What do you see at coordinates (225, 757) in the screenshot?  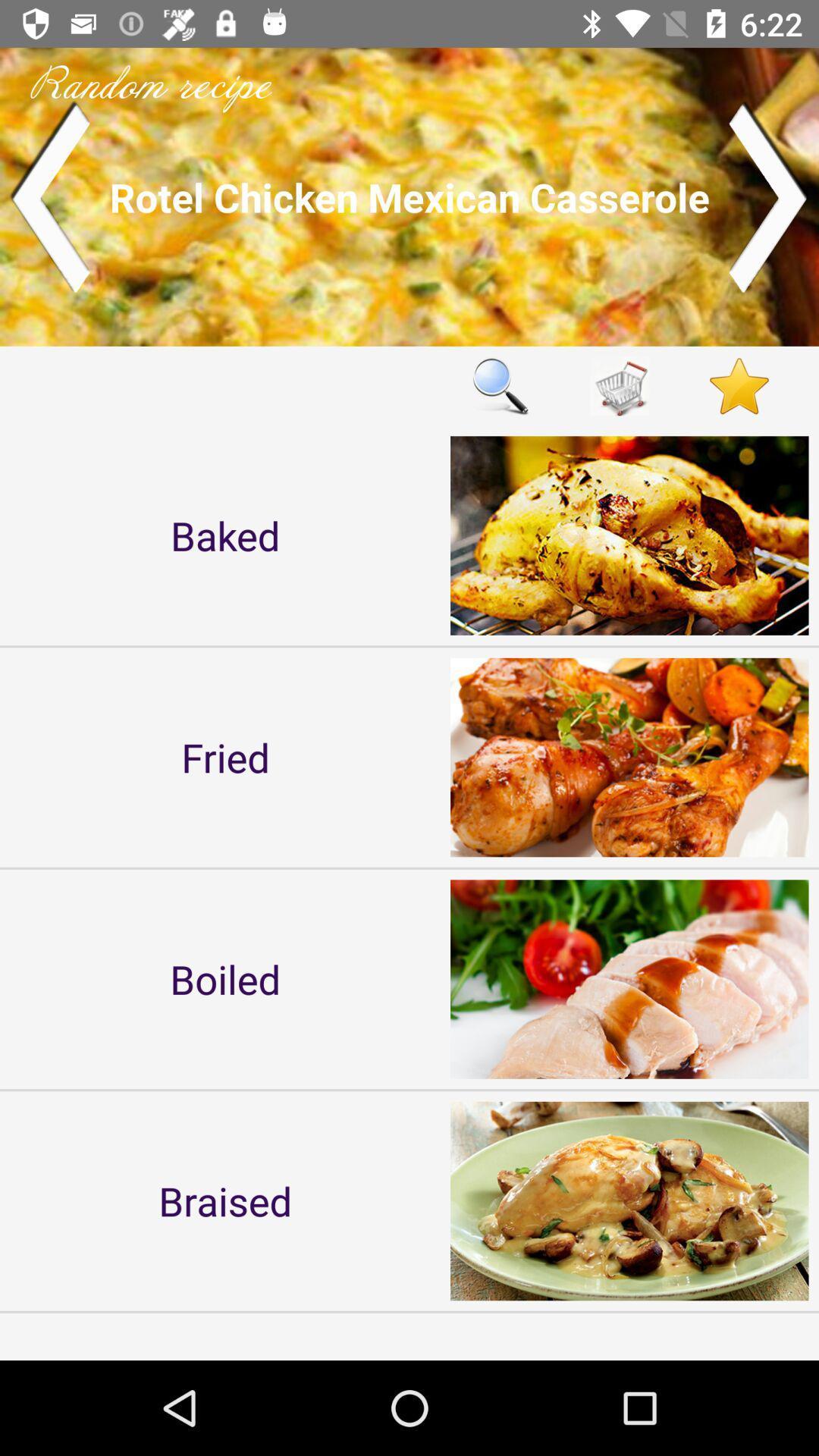 I see `item below baked` at bounding box center [225, 757].